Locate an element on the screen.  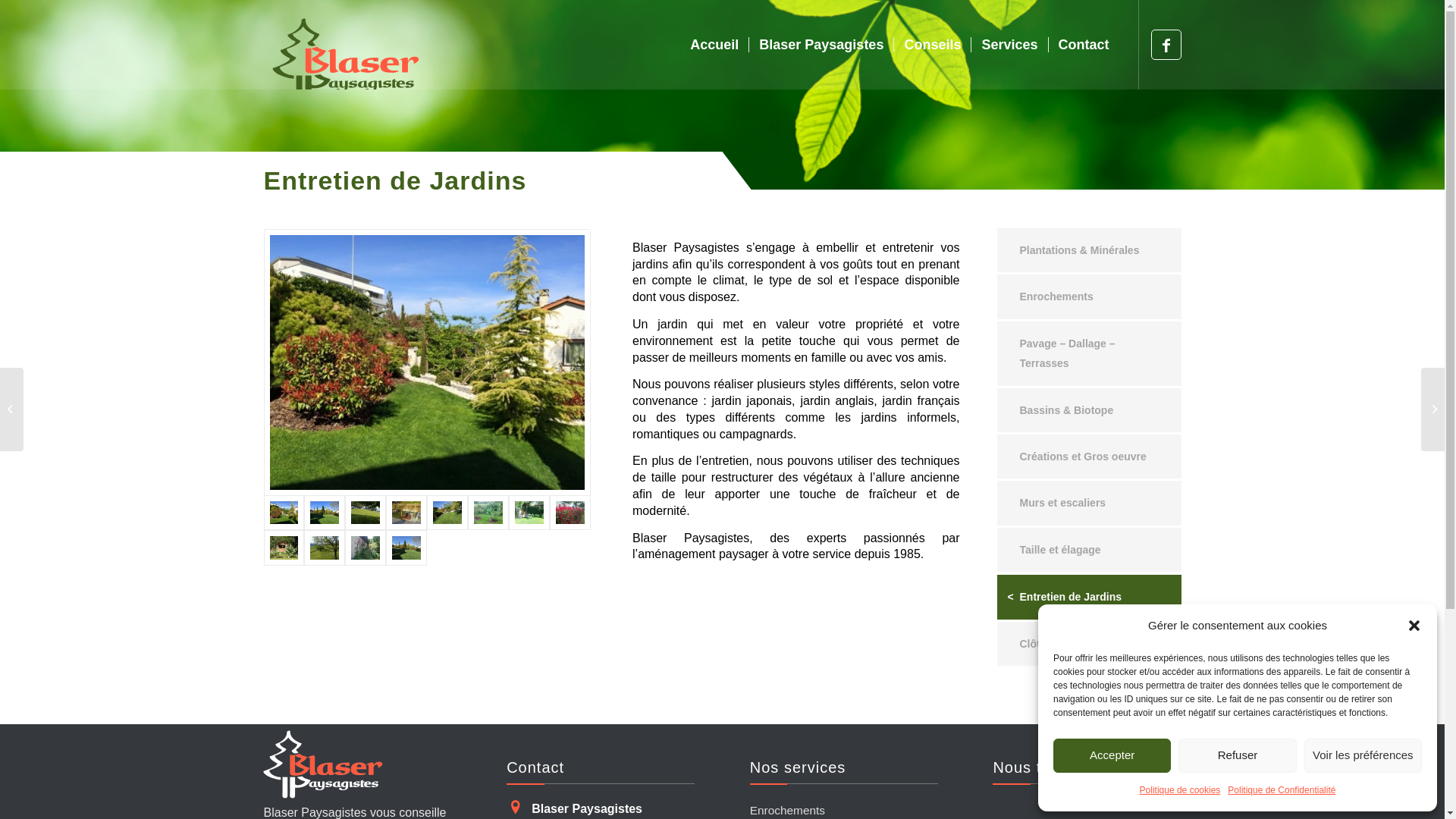
'11011836_1416966238623144_9051253976333822342_n' is located at coordinates (426, 362).